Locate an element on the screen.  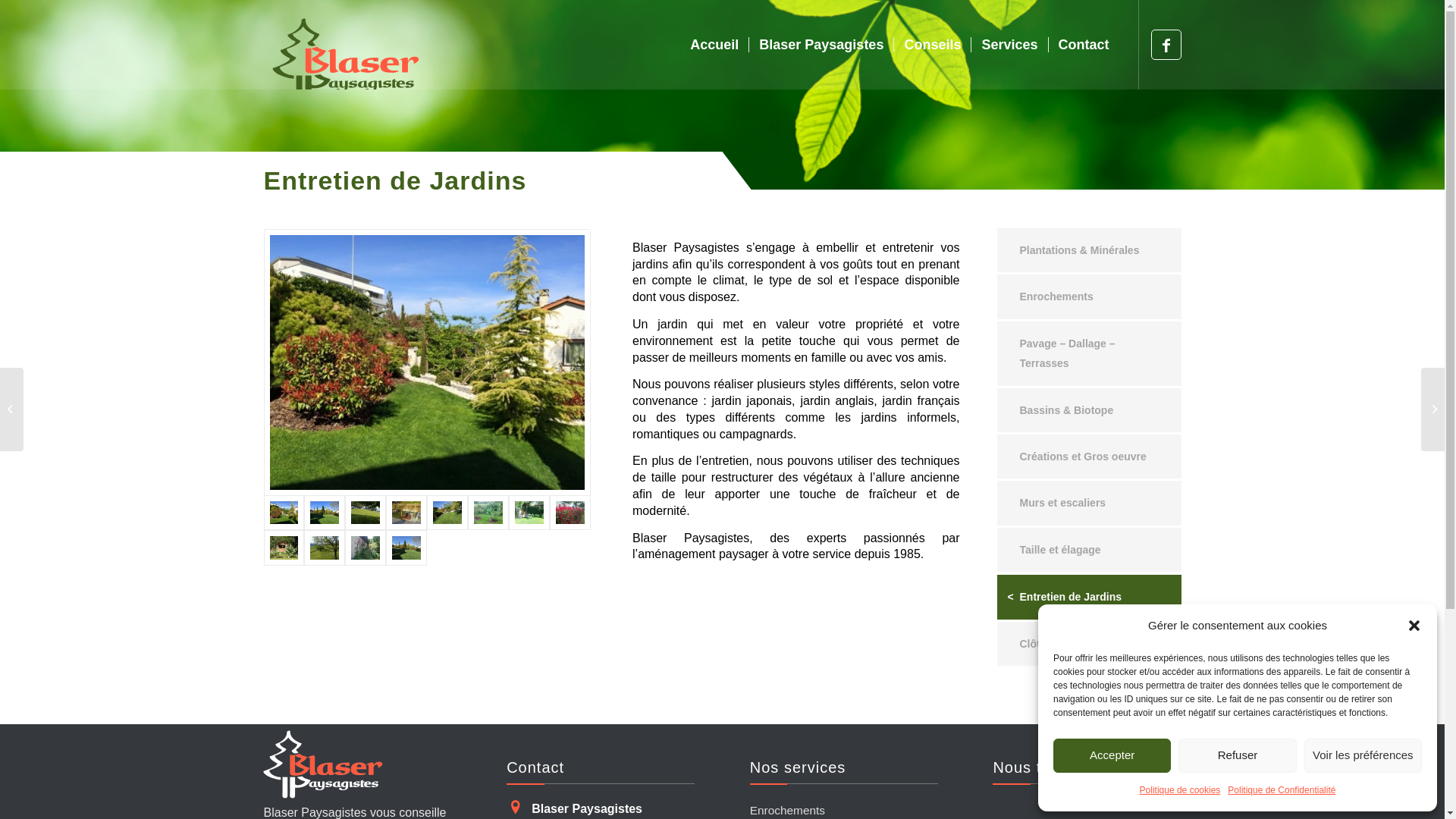
'11011836_1416966238623144_9051253976333822342_n' is located at coordinates (426, 362).